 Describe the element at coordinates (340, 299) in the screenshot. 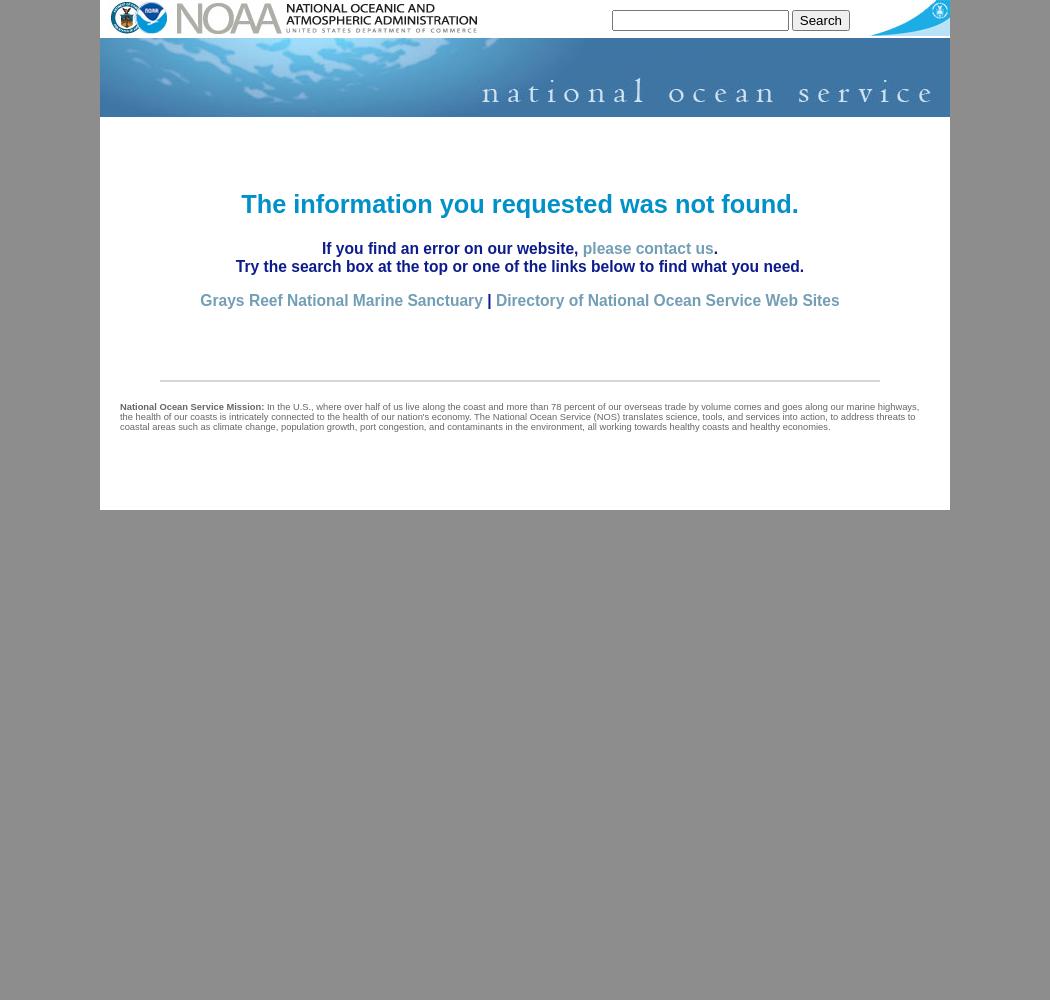

I see `'Grays Reef National Marine Sanctuary'` at that location.